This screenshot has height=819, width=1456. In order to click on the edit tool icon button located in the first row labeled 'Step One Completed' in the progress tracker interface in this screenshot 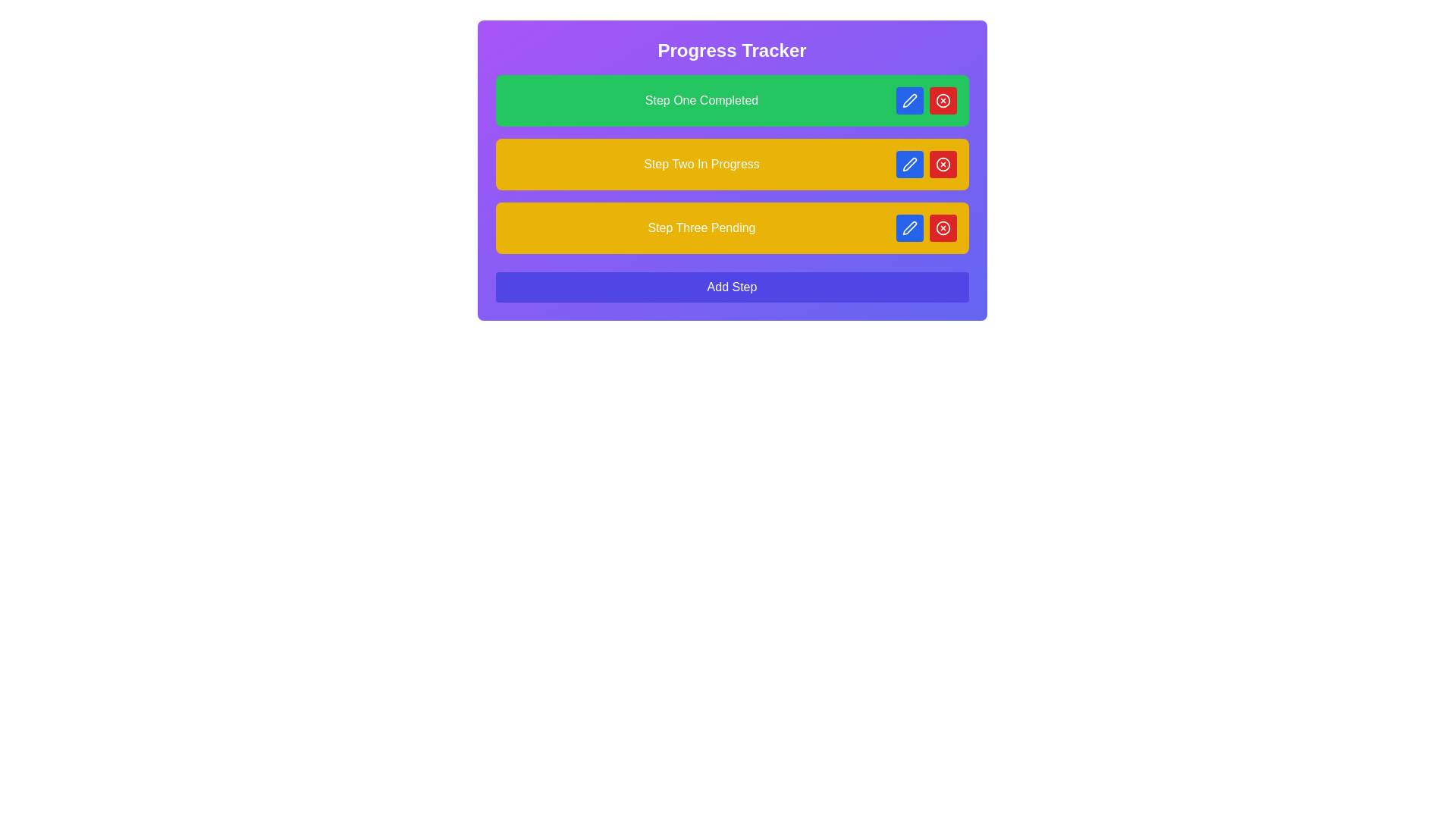, I will do `click(909, 100)`.